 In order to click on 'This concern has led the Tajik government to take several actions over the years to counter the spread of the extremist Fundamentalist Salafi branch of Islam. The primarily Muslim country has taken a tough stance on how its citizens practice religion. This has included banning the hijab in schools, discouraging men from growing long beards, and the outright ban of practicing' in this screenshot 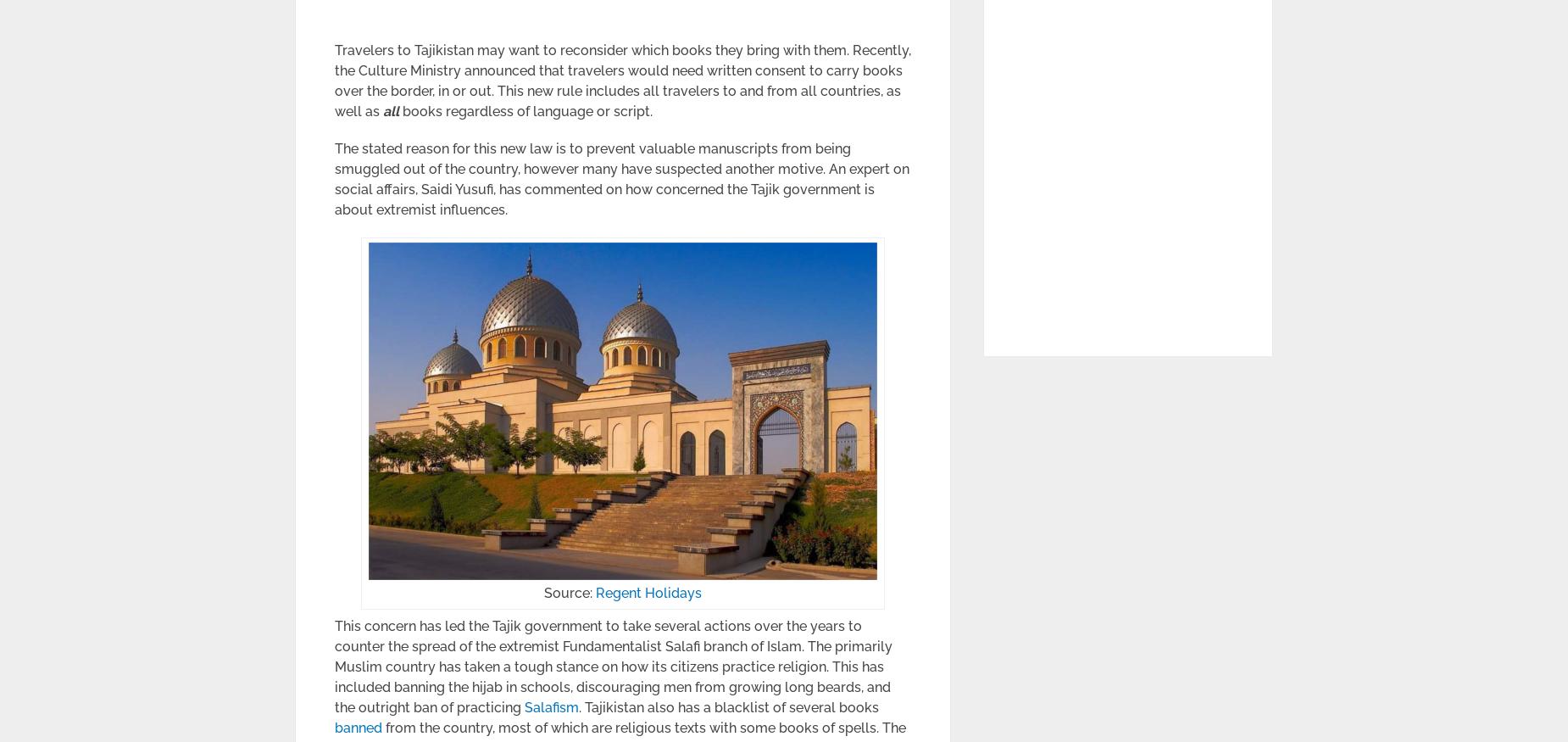, I will do `click(614, 666)`.